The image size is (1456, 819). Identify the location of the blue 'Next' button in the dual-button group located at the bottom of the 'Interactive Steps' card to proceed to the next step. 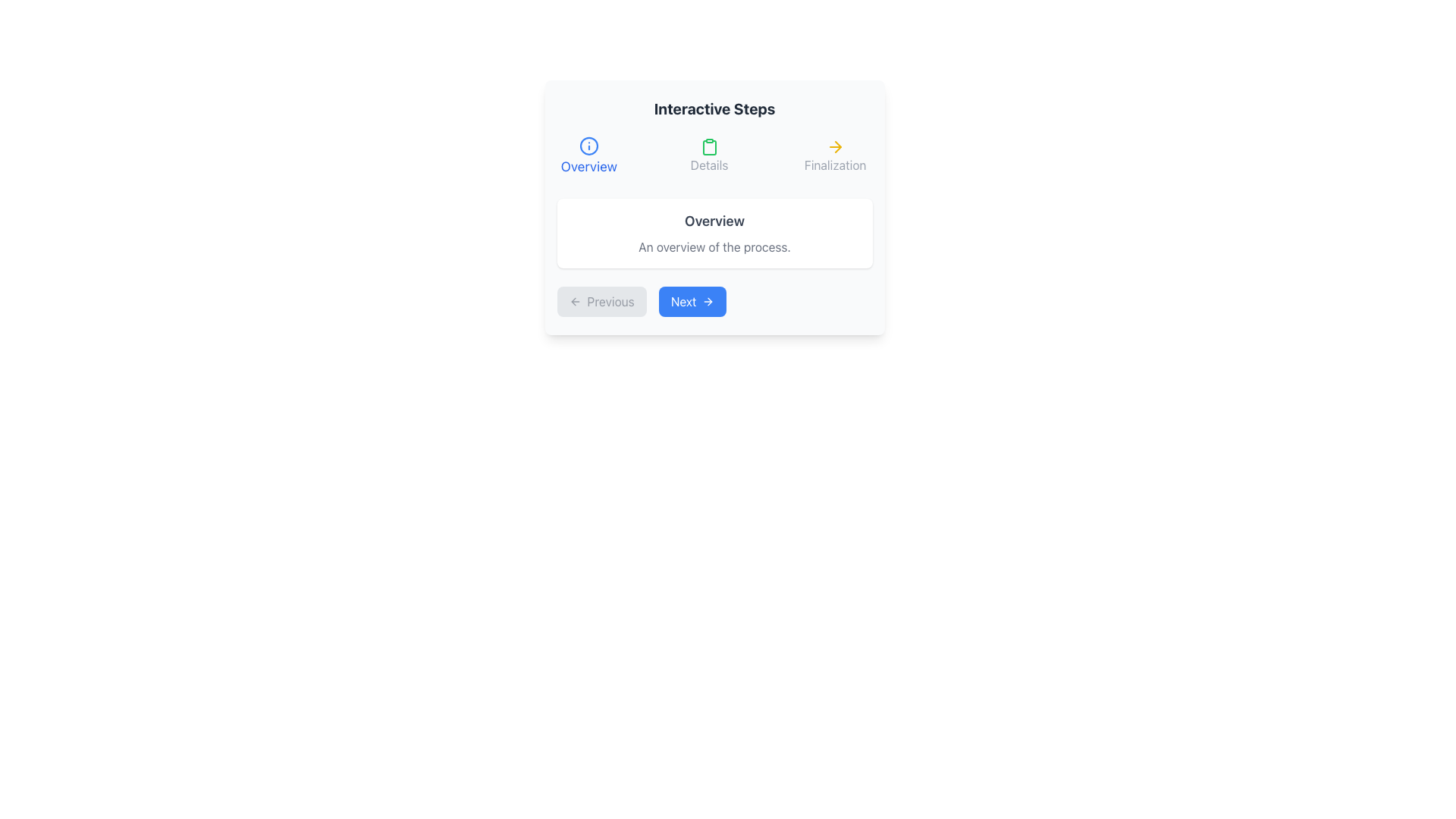
(714, 301).